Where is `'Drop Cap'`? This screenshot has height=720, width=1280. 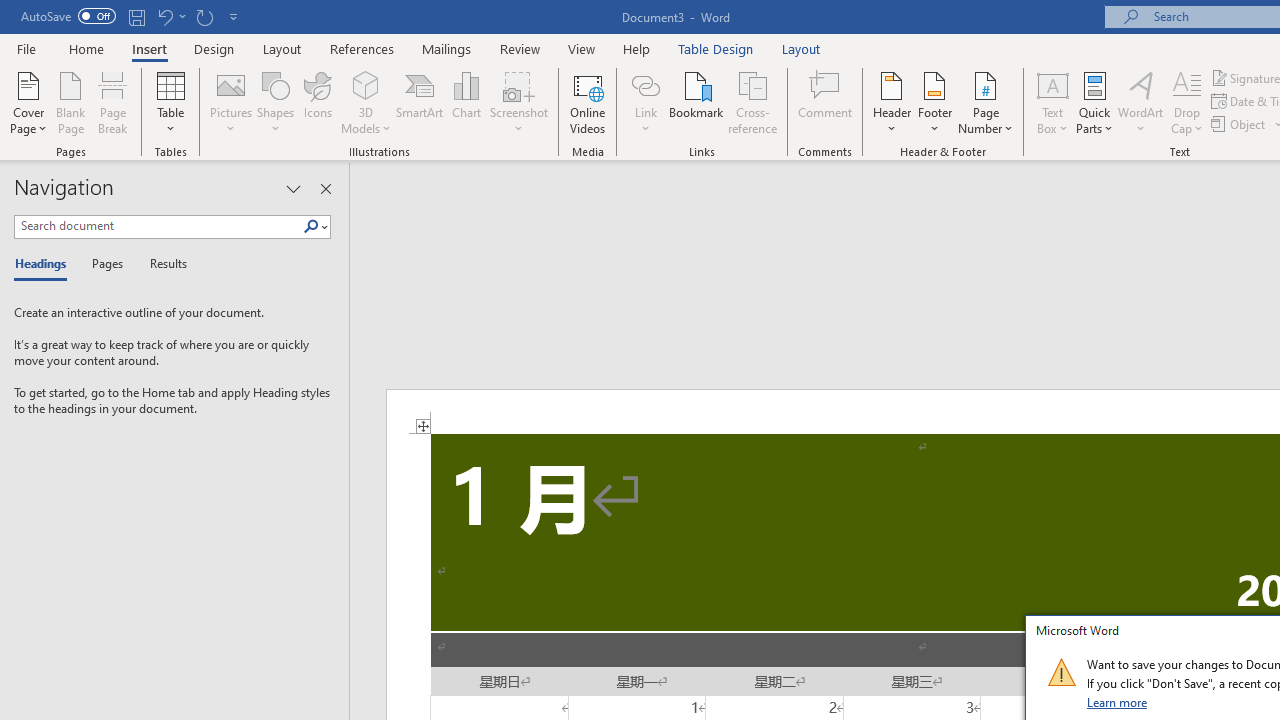 'Drop Cap' is located at coordinates (1187, 103).